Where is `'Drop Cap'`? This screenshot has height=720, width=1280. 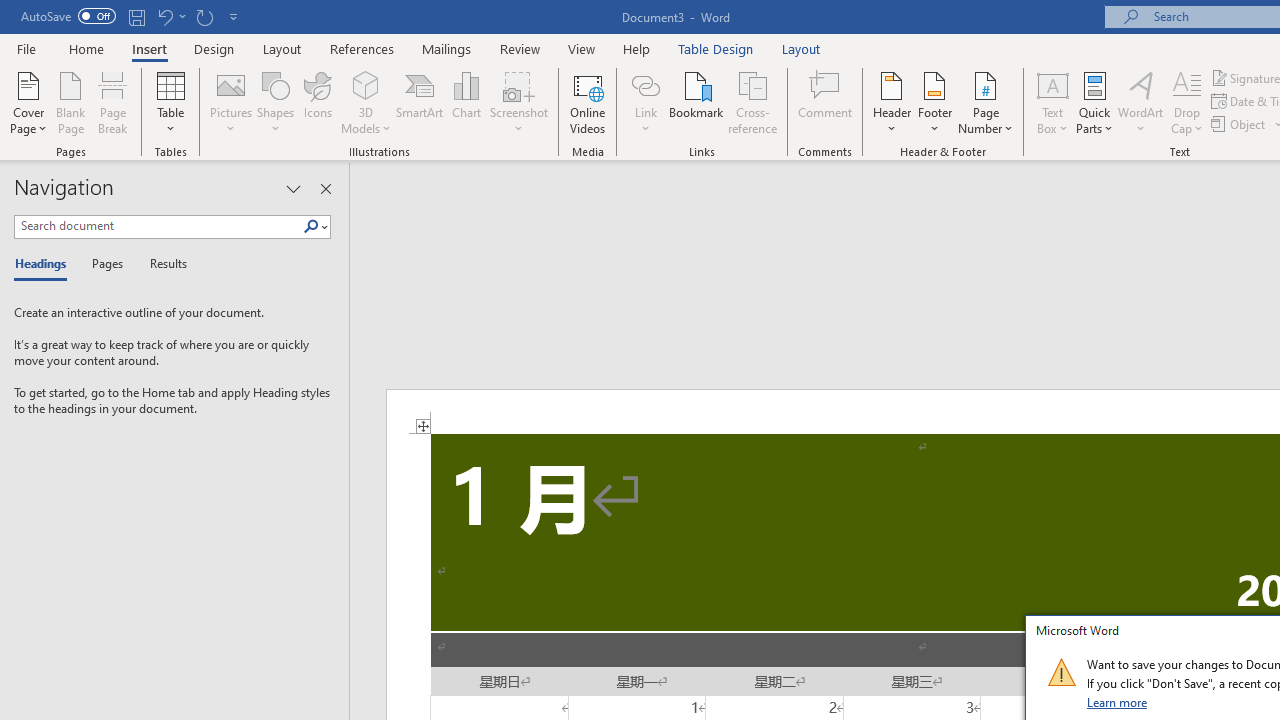 'Drop Cap' is located at coordinates (1187, 103).